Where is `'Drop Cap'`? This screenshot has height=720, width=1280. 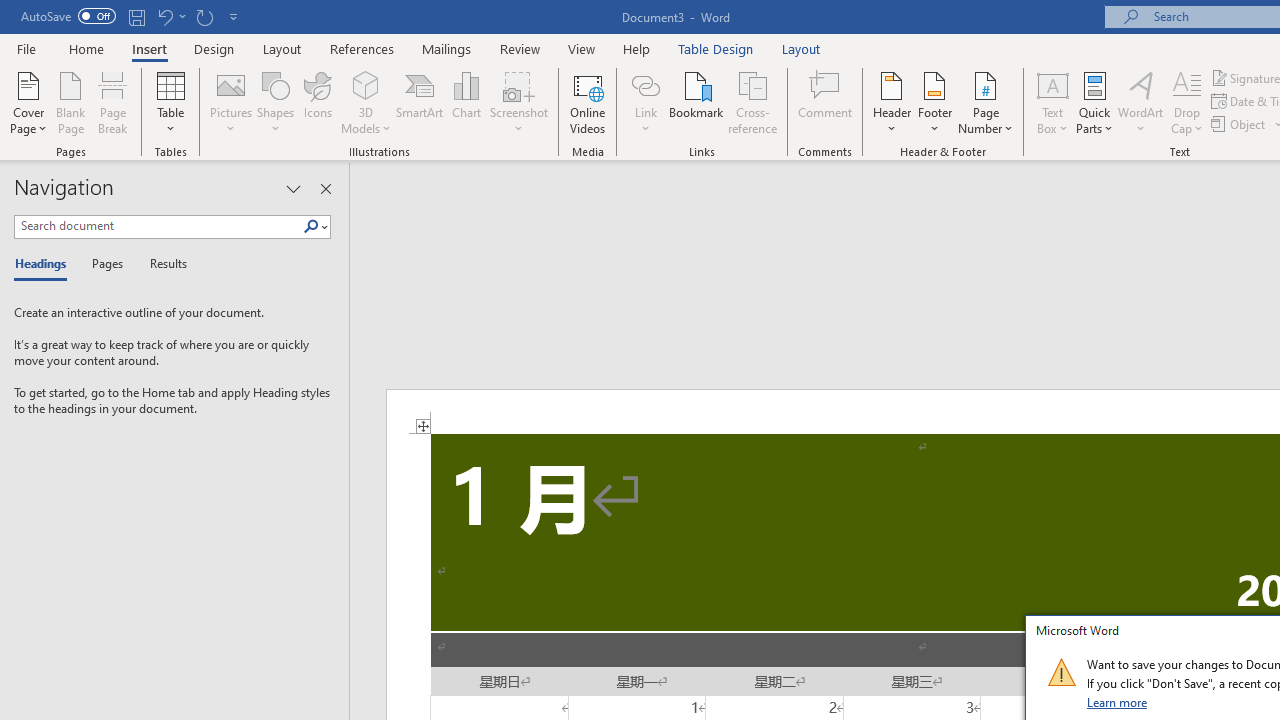 'Drop Cap' is located at coordinates (1187, 103).